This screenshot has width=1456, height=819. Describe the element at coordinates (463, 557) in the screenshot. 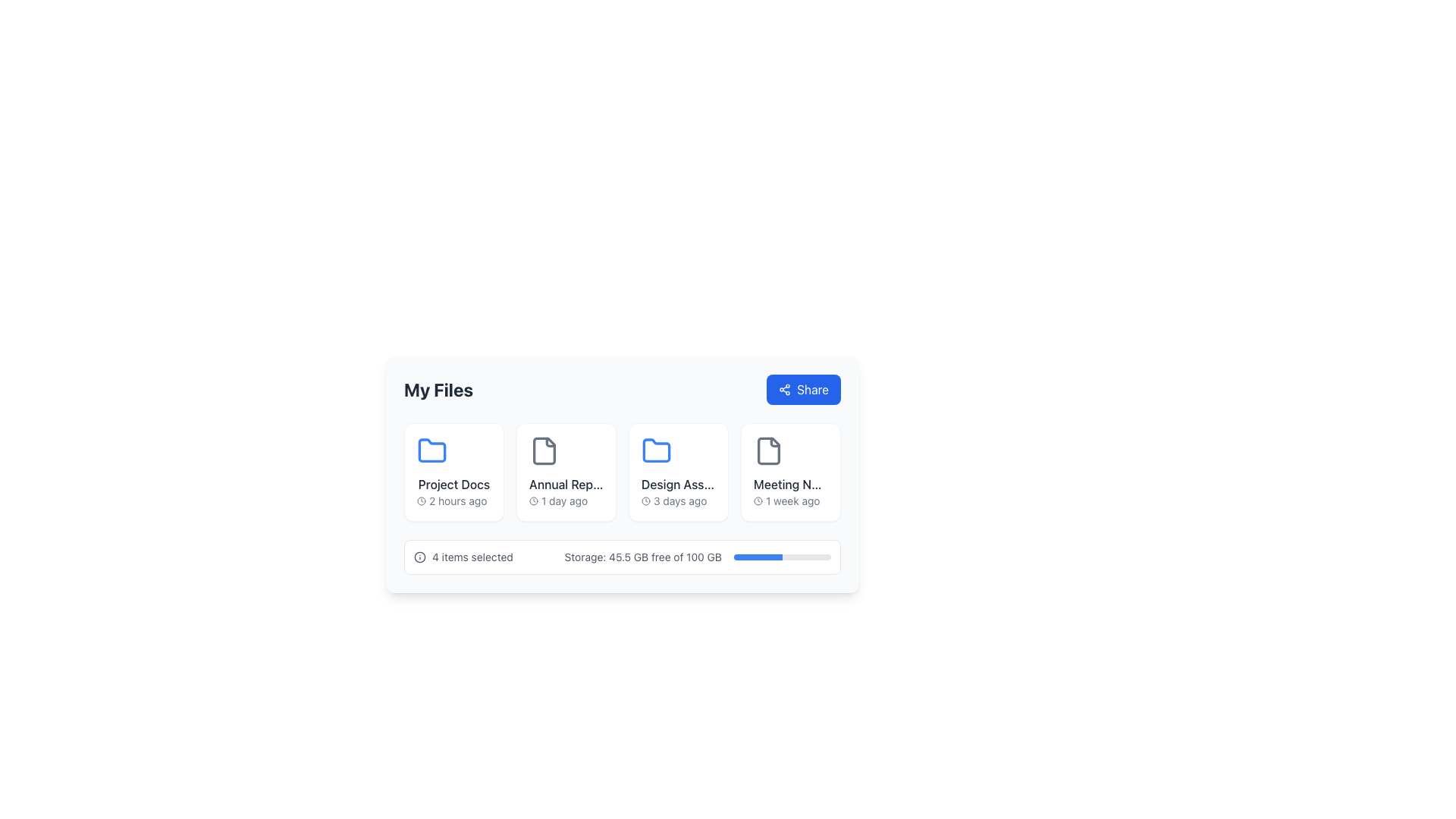

I see `the text label that reads '4 items selected', which includes an information symbol on its left, positioned above a storage usage bar` at that location.